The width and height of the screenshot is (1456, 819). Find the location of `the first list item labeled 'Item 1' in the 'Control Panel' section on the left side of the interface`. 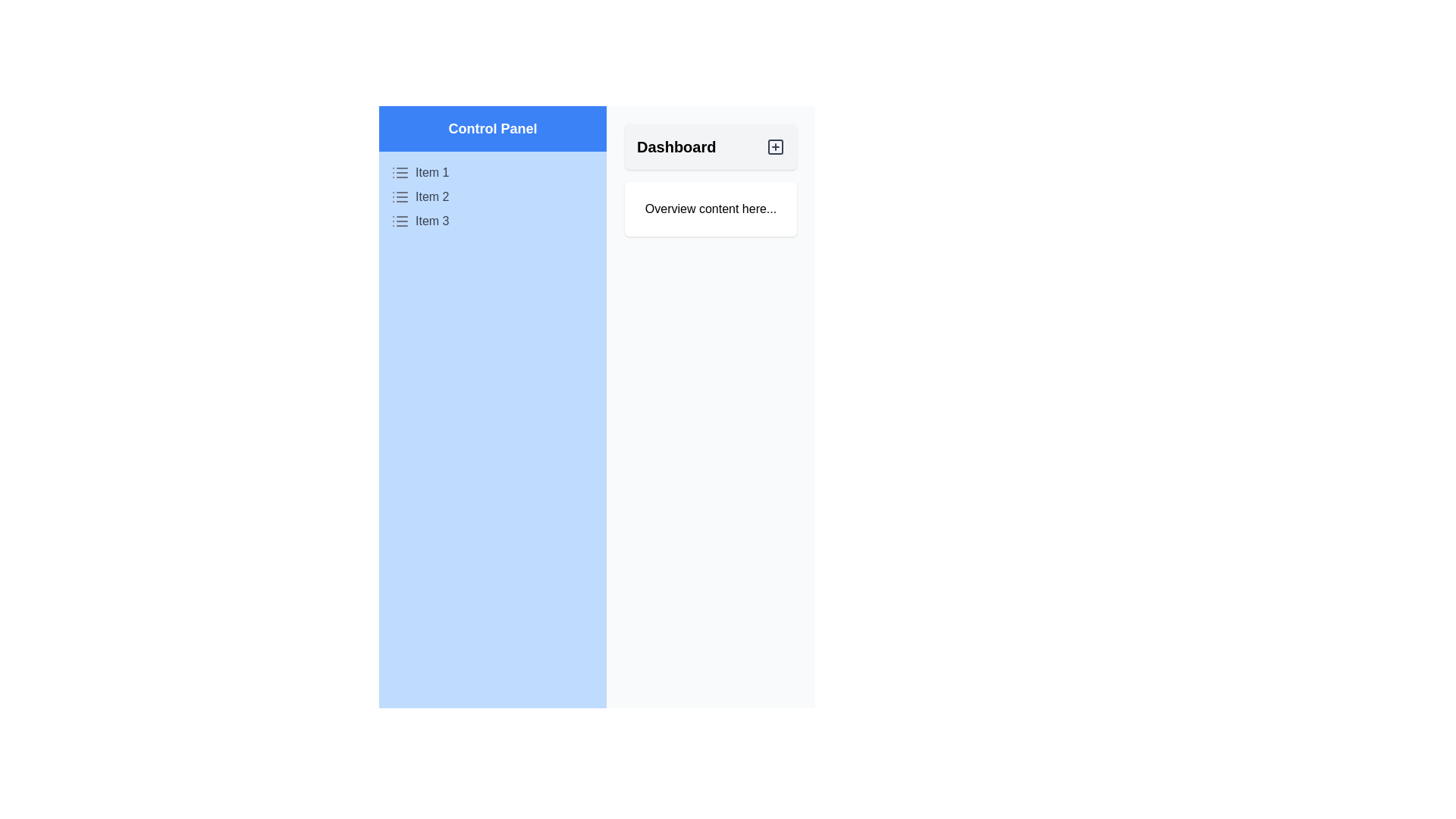

the first list item labeled 'Item 1' in the 'Control Panel' section on the left side of the interface is located at coordinates (492, 171).